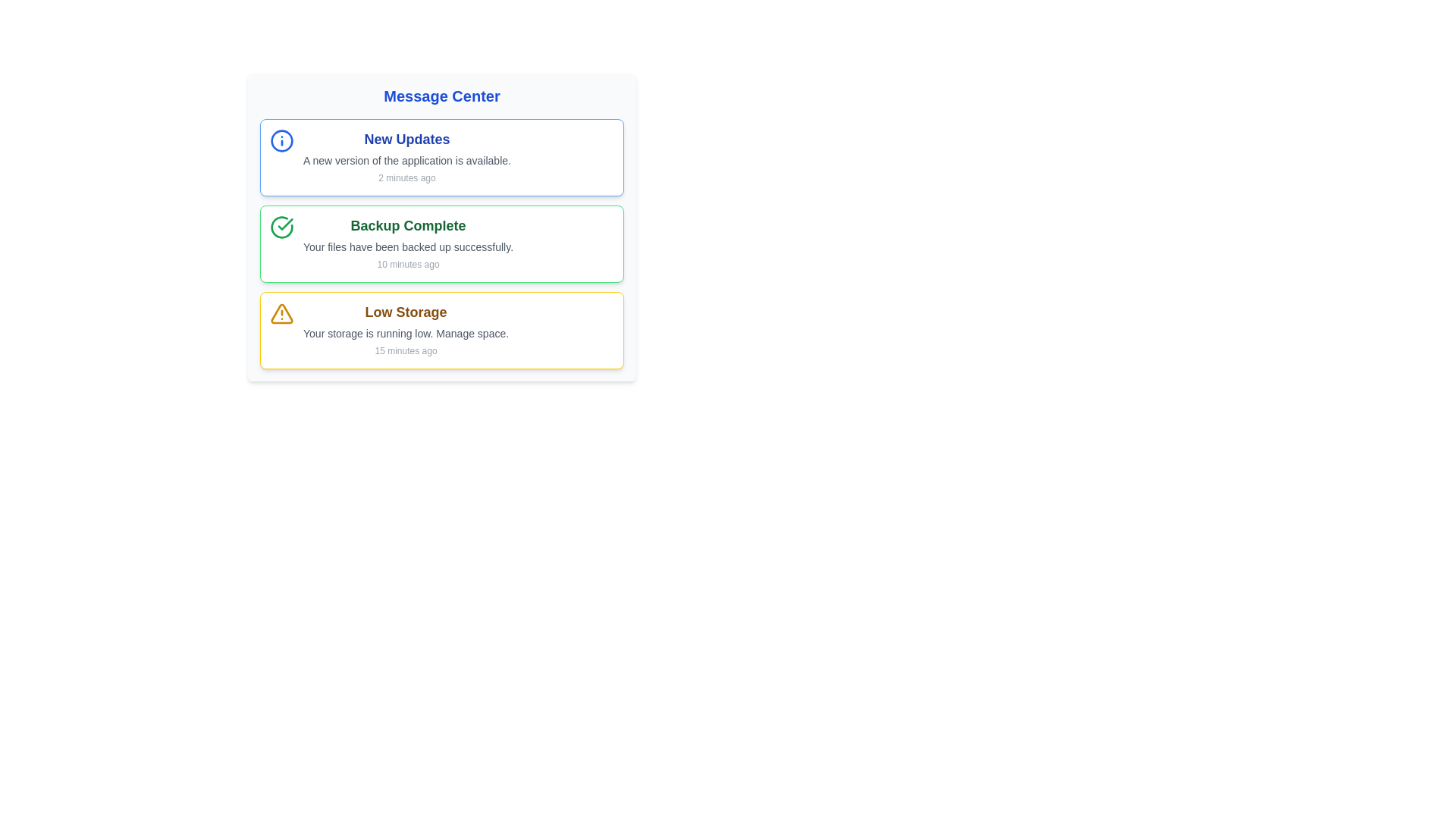 This screenshot has width=1456, height=819. What do you see at coordinates (441, 158) in the screenshot?
I see `the Notification Card that informs the user about the availability of a new application version, located at the top of the list of notifications in the message center dashboard` at bounding box center [441, 158].